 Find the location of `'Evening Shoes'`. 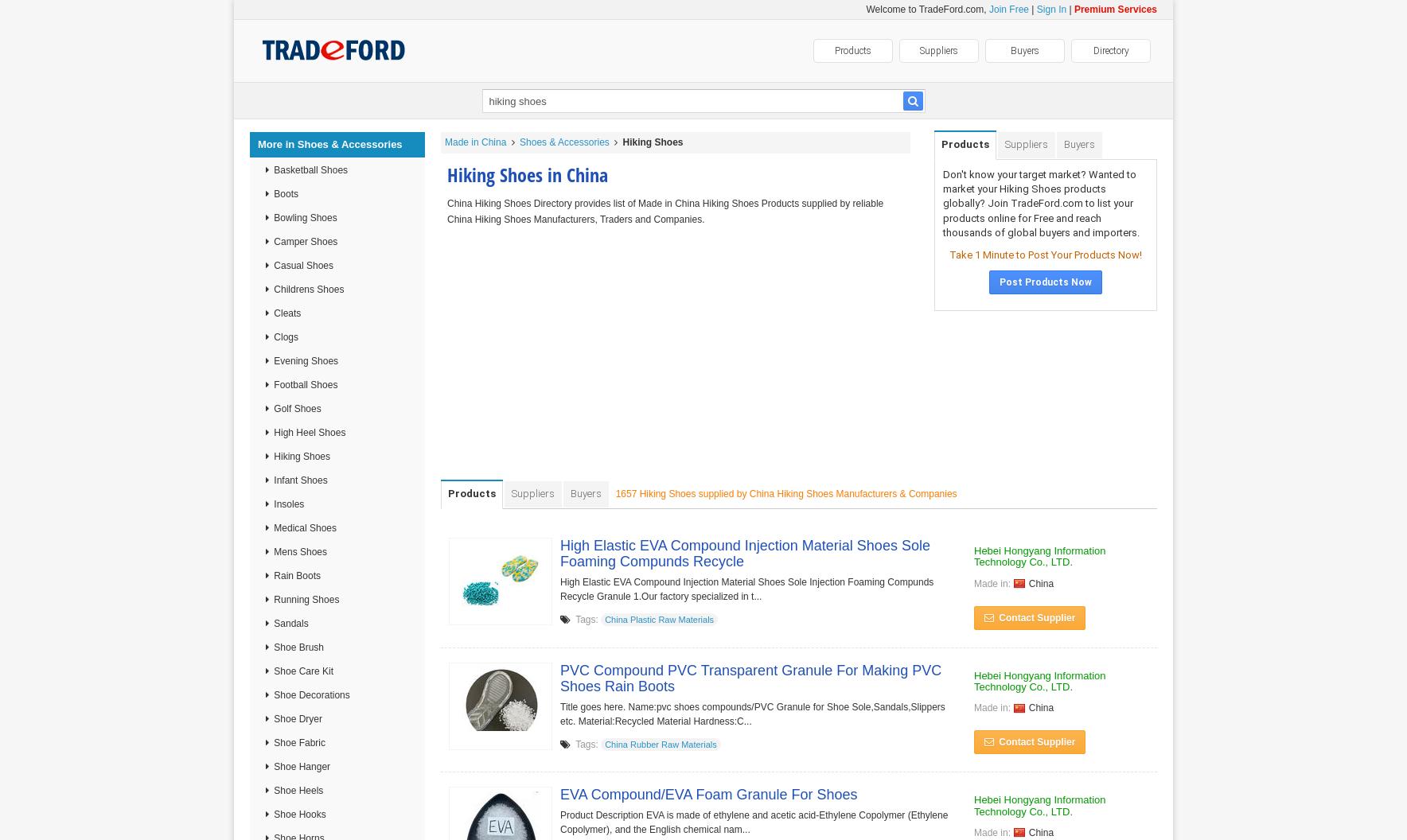

'Evening Shoes' is located at coordinates (304, 360).